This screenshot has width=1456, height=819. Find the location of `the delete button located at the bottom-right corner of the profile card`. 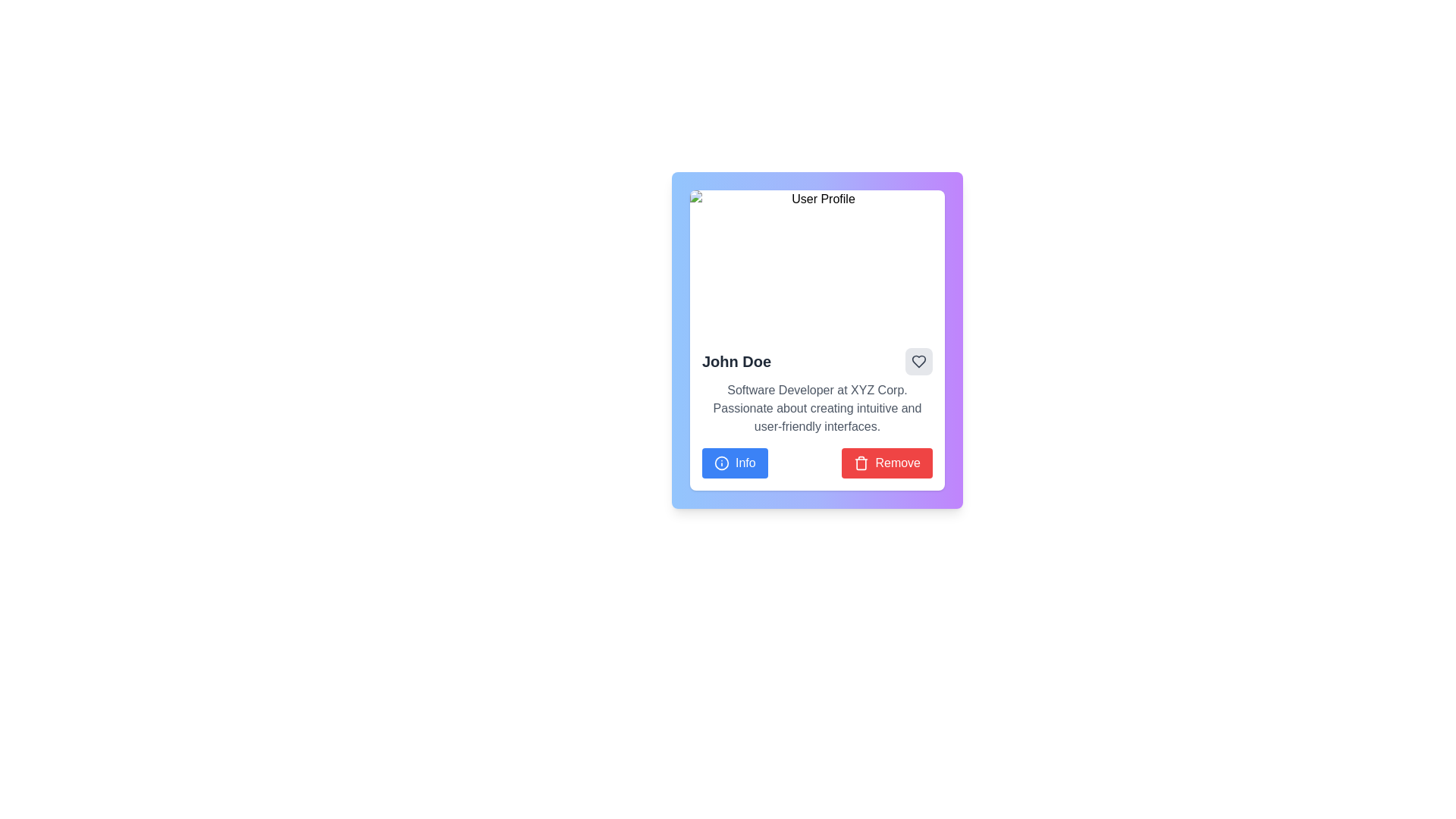

the delete button located at the bottom-right corner of the profile card is located at coordinates (887, 462).